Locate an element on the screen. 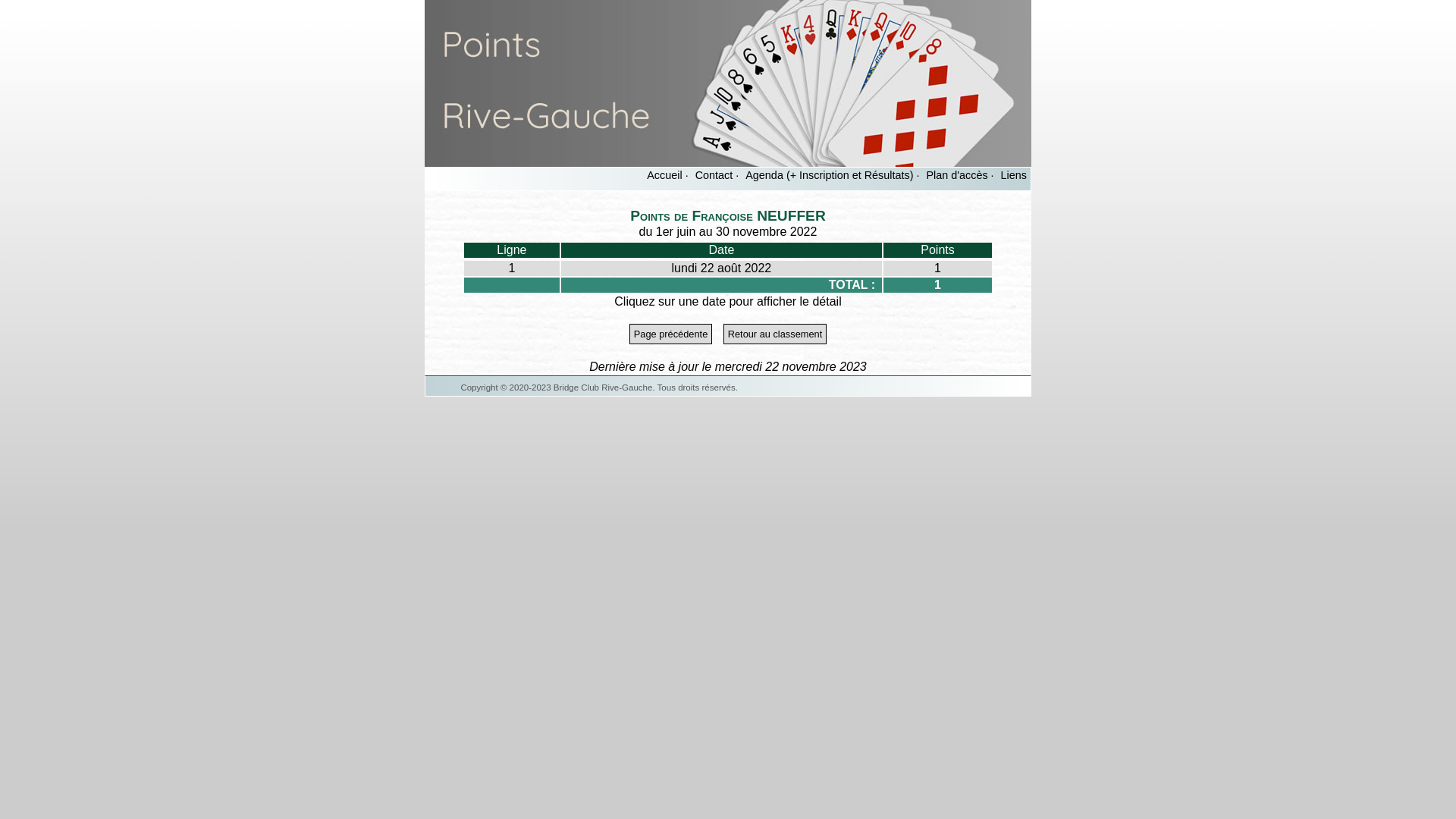 The image size is (1456, 819). 'Liens' is located at coordinates (1014, 174).